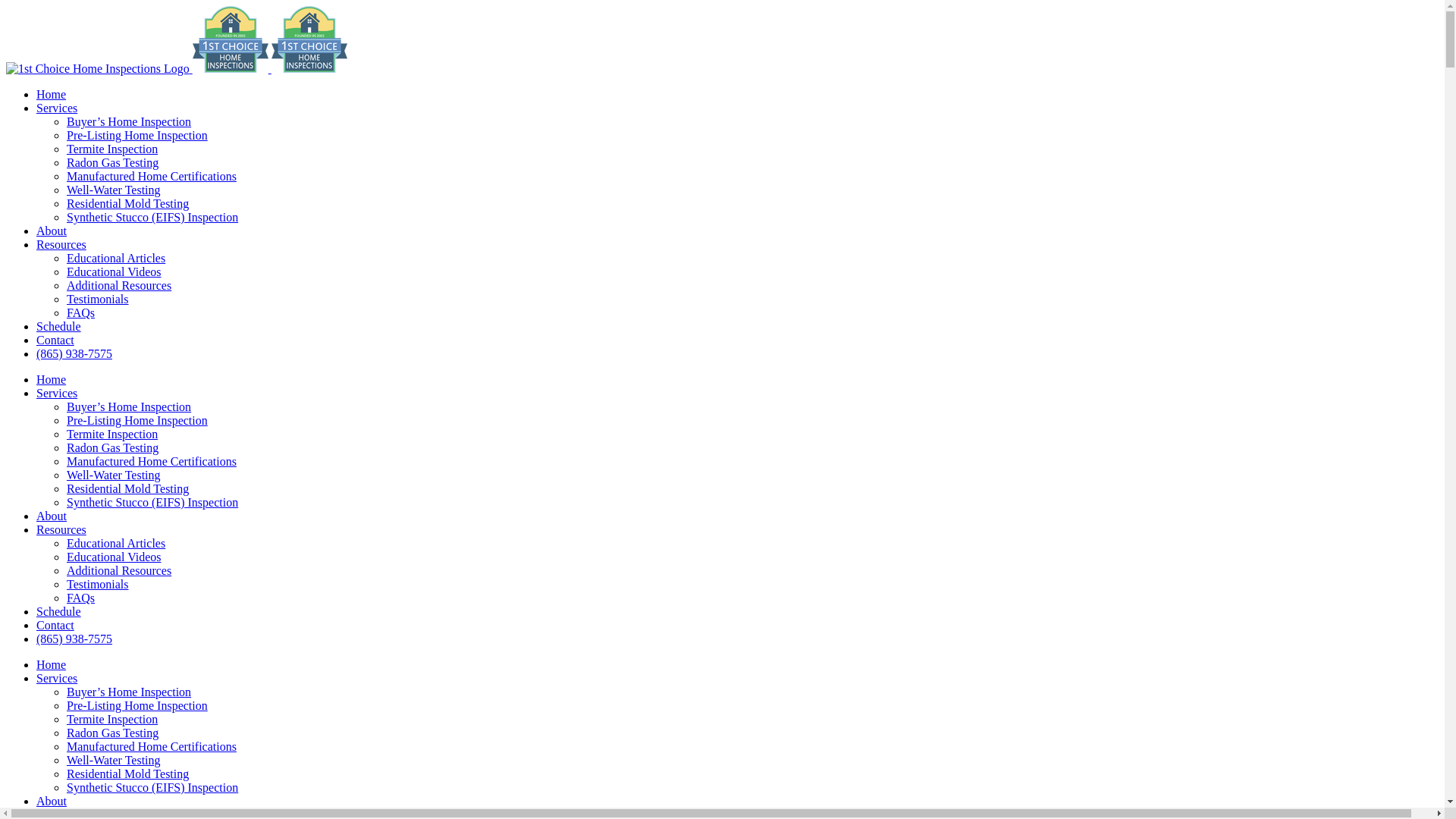 The image size is (1456, 819). Describe the element at coordinates (152, 217) in the screenshot. I see `'Synthetic Stucco (EIFS) Inspection'` at that location.